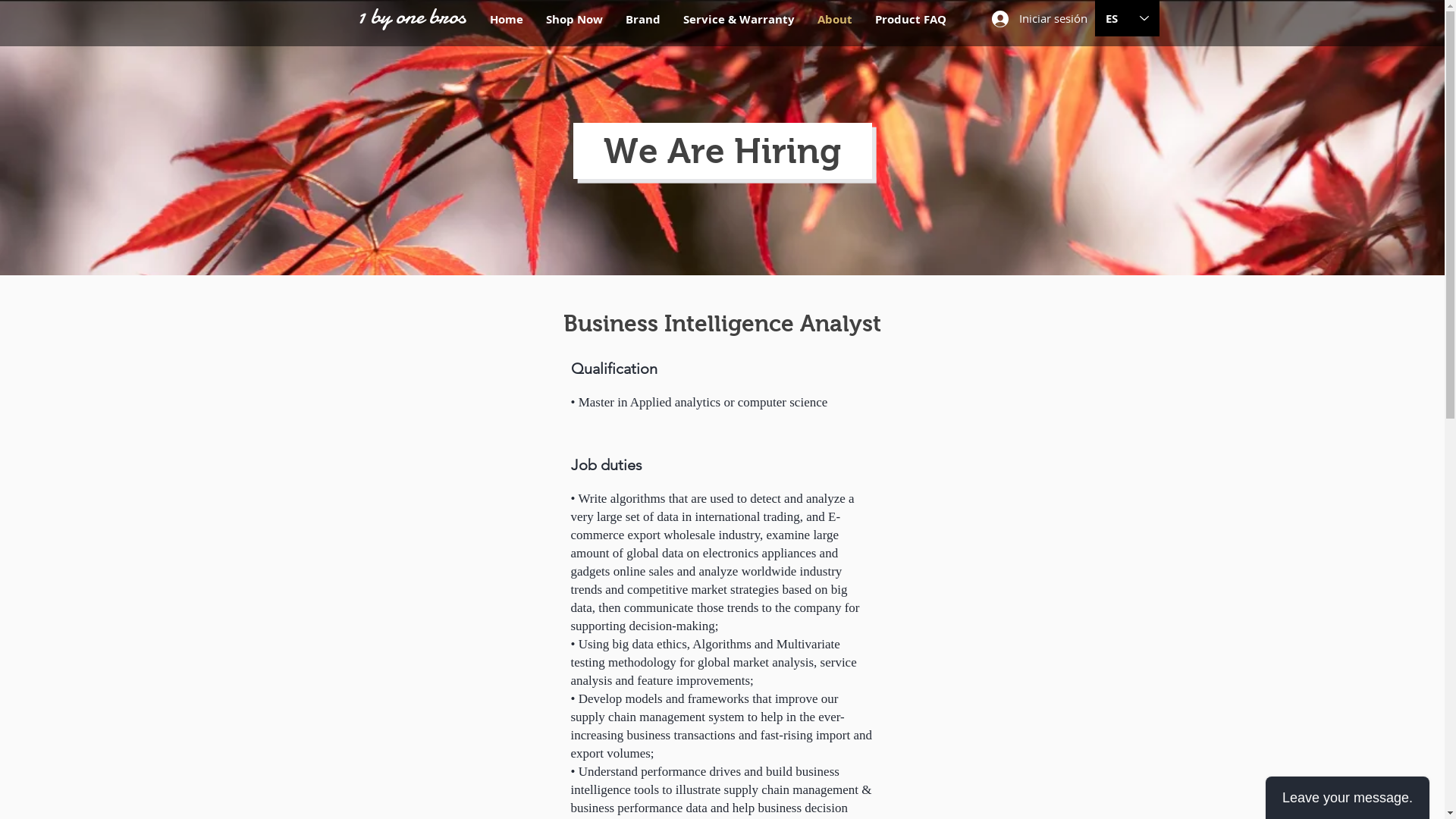  I want to click on 'Service & Warranty', so click(739, 20).